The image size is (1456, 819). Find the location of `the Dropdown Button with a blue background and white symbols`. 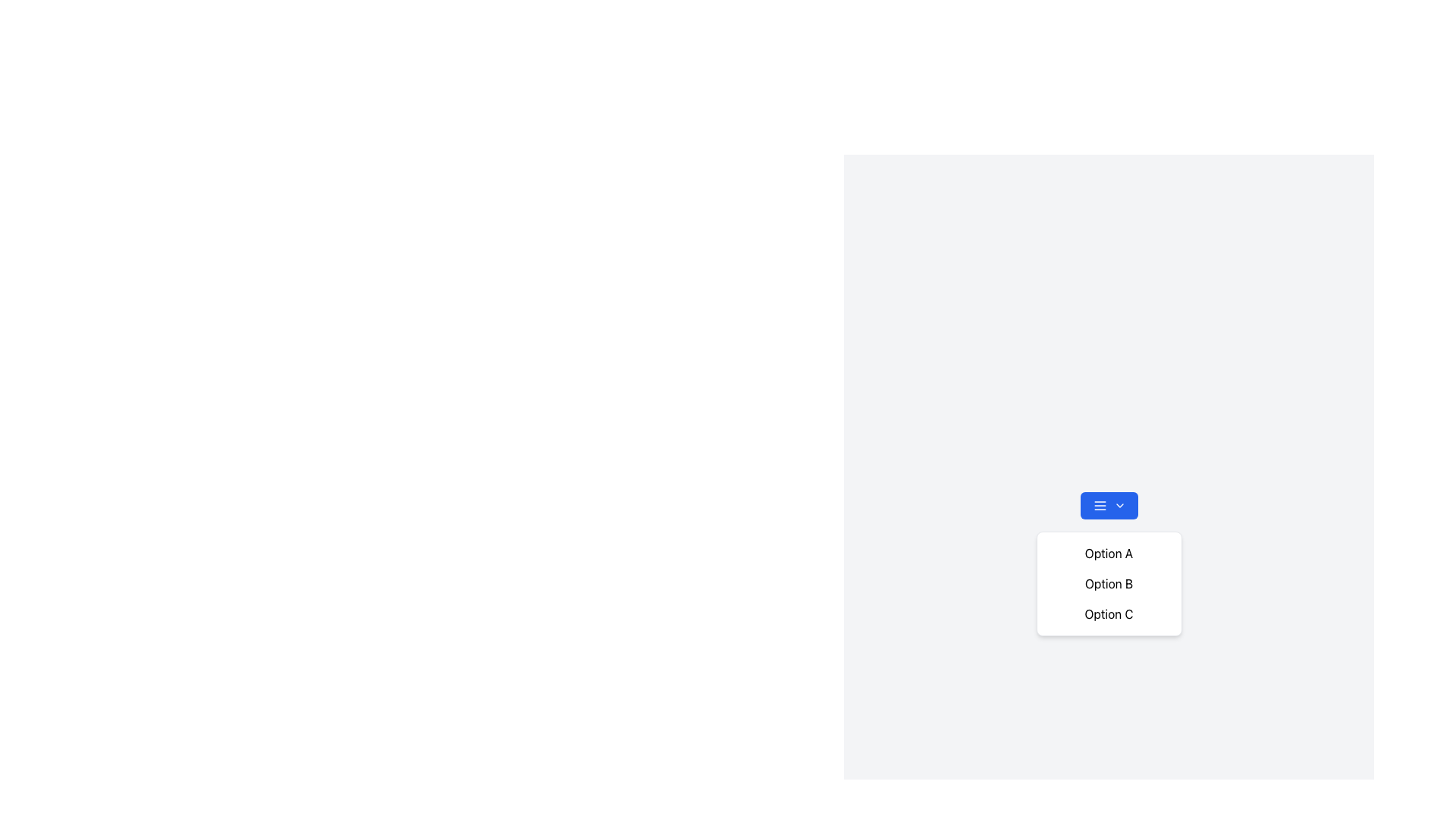

the Dropdown Button with a blue background and white symbols is located at coordinates (1109, 506).